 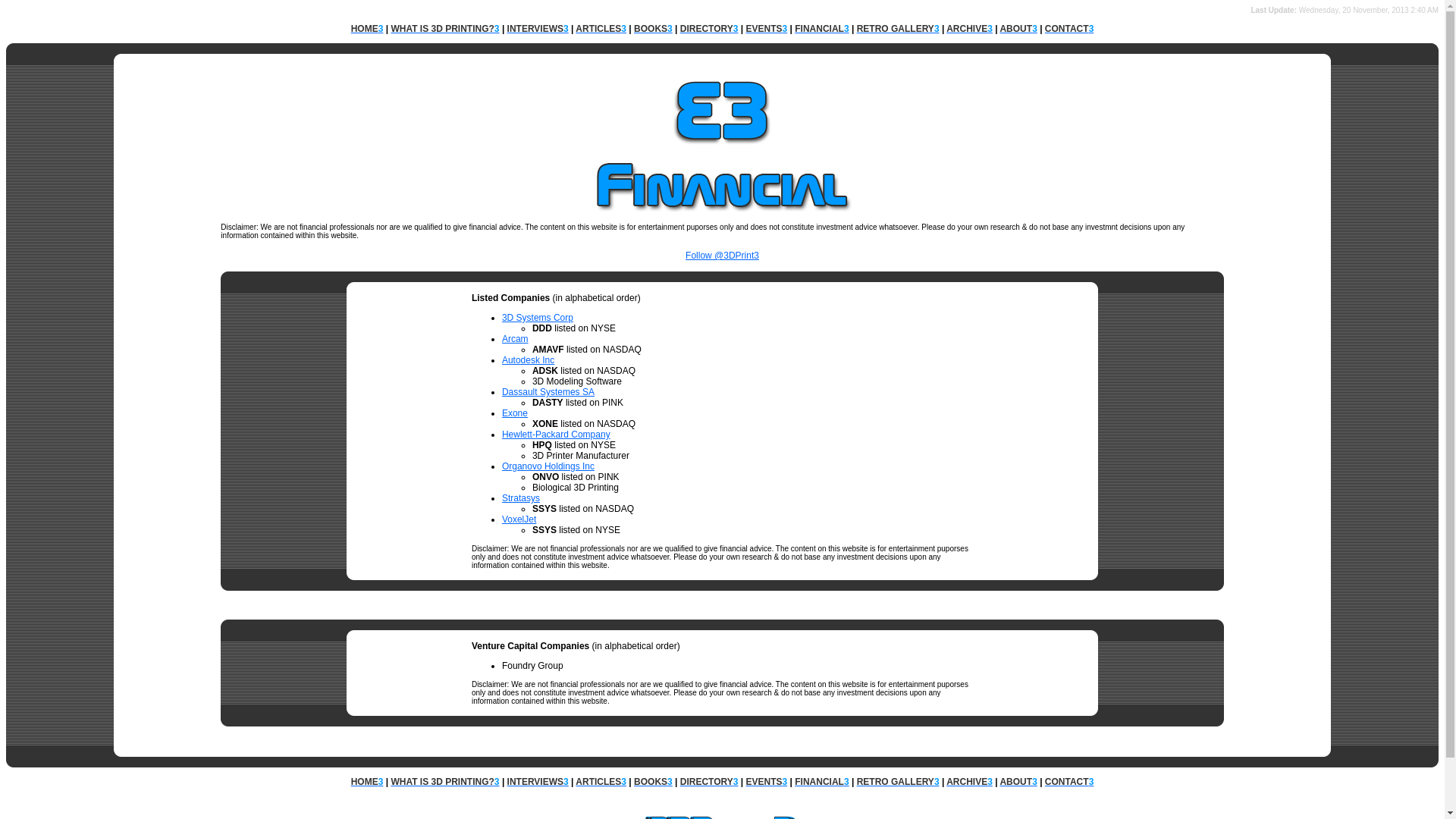 I want to click on 'ABOUT3', so click(x=1018, y=781).